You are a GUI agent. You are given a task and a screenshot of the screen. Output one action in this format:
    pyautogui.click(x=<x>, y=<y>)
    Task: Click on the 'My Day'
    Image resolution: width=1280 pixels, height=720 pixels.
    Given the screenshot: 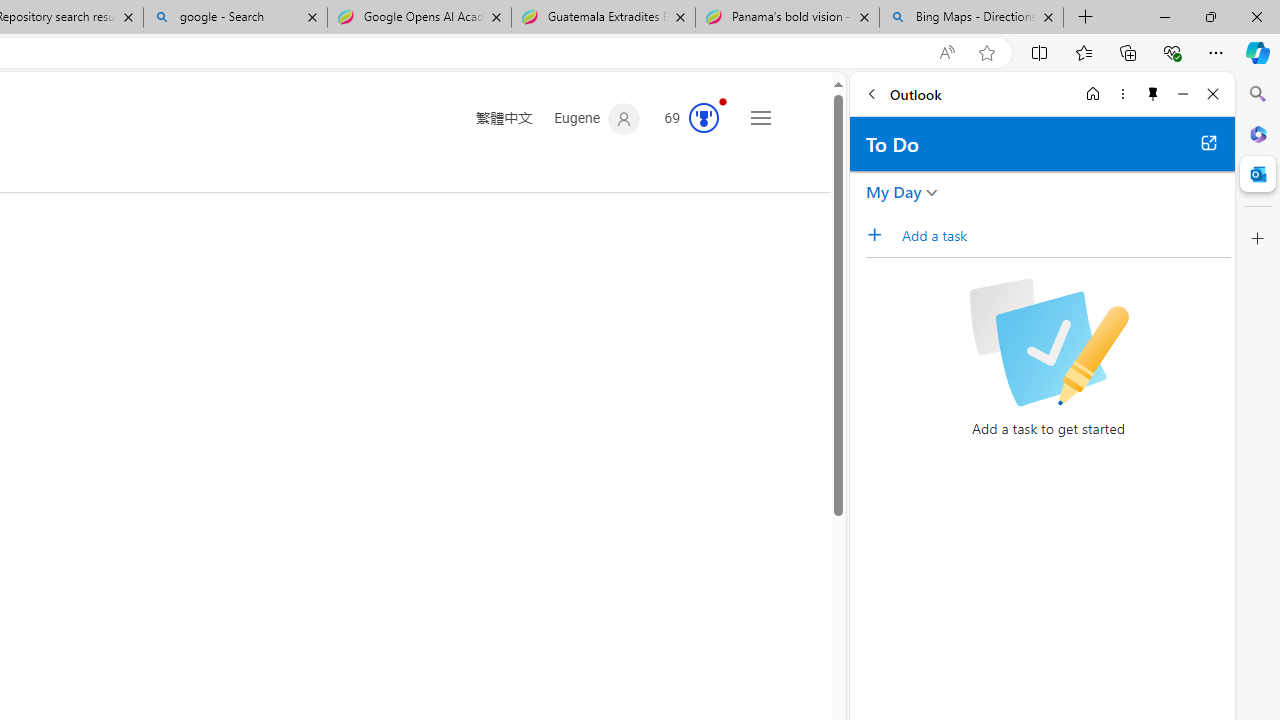 What is the action you would take?
    pyautogui.click(x=893, y=191)
    